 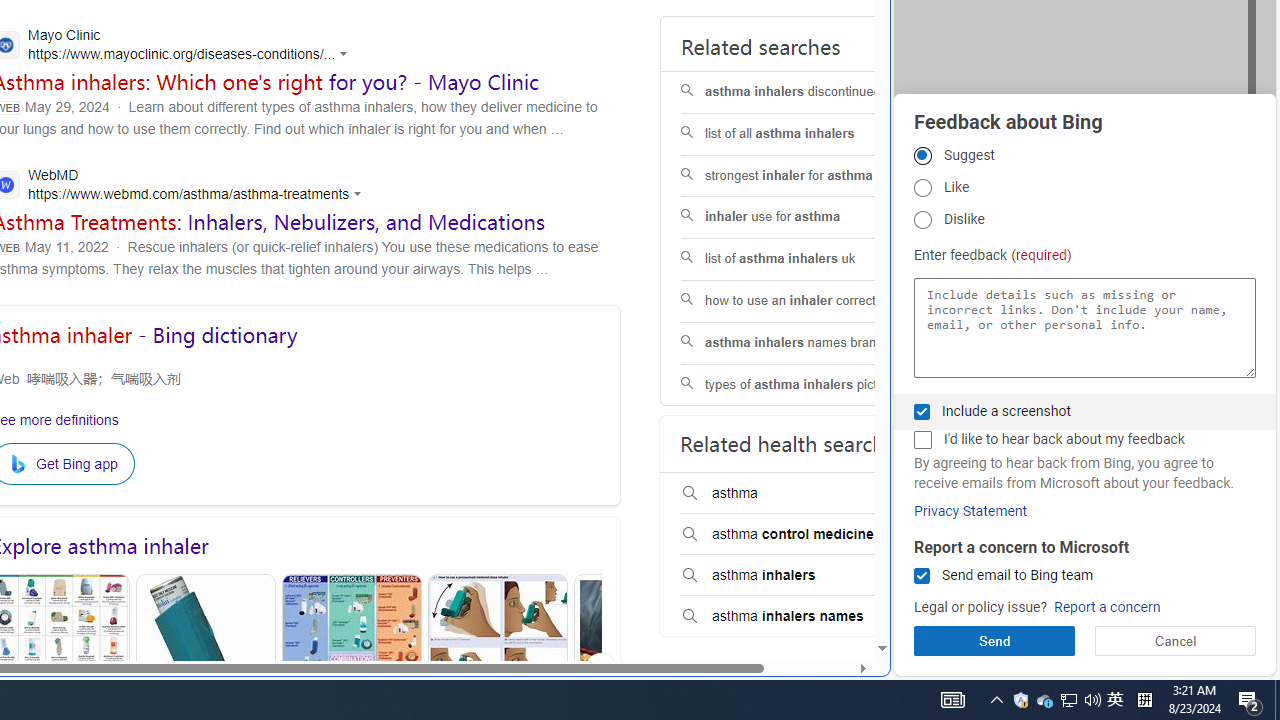 What do you see at coordinates (921, 154) in the screenshot?
I see `'Suggest'` at bounding box center [921, 154].